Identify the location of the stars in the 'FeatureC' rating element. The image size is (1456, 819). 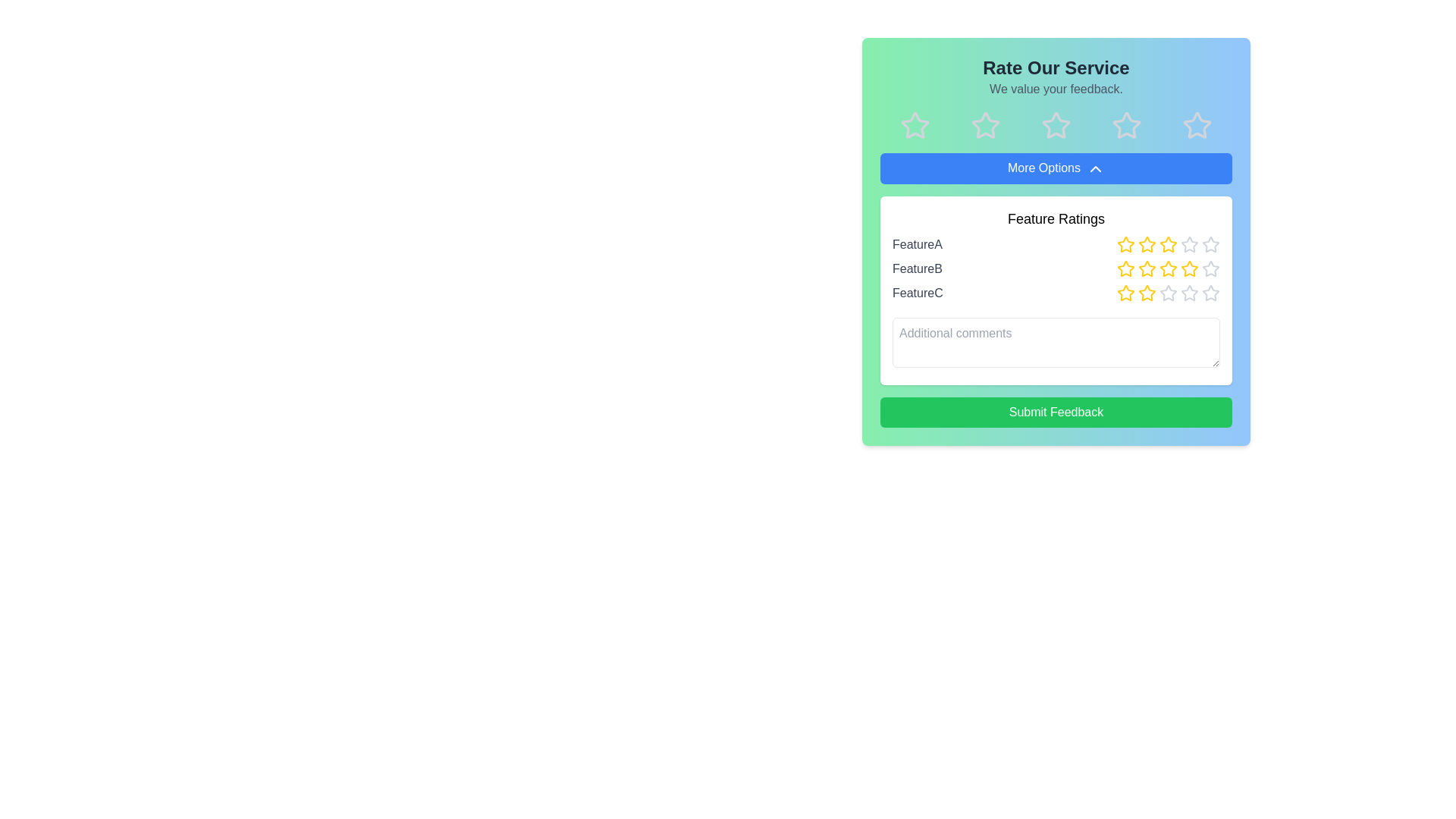
(1055, 292).